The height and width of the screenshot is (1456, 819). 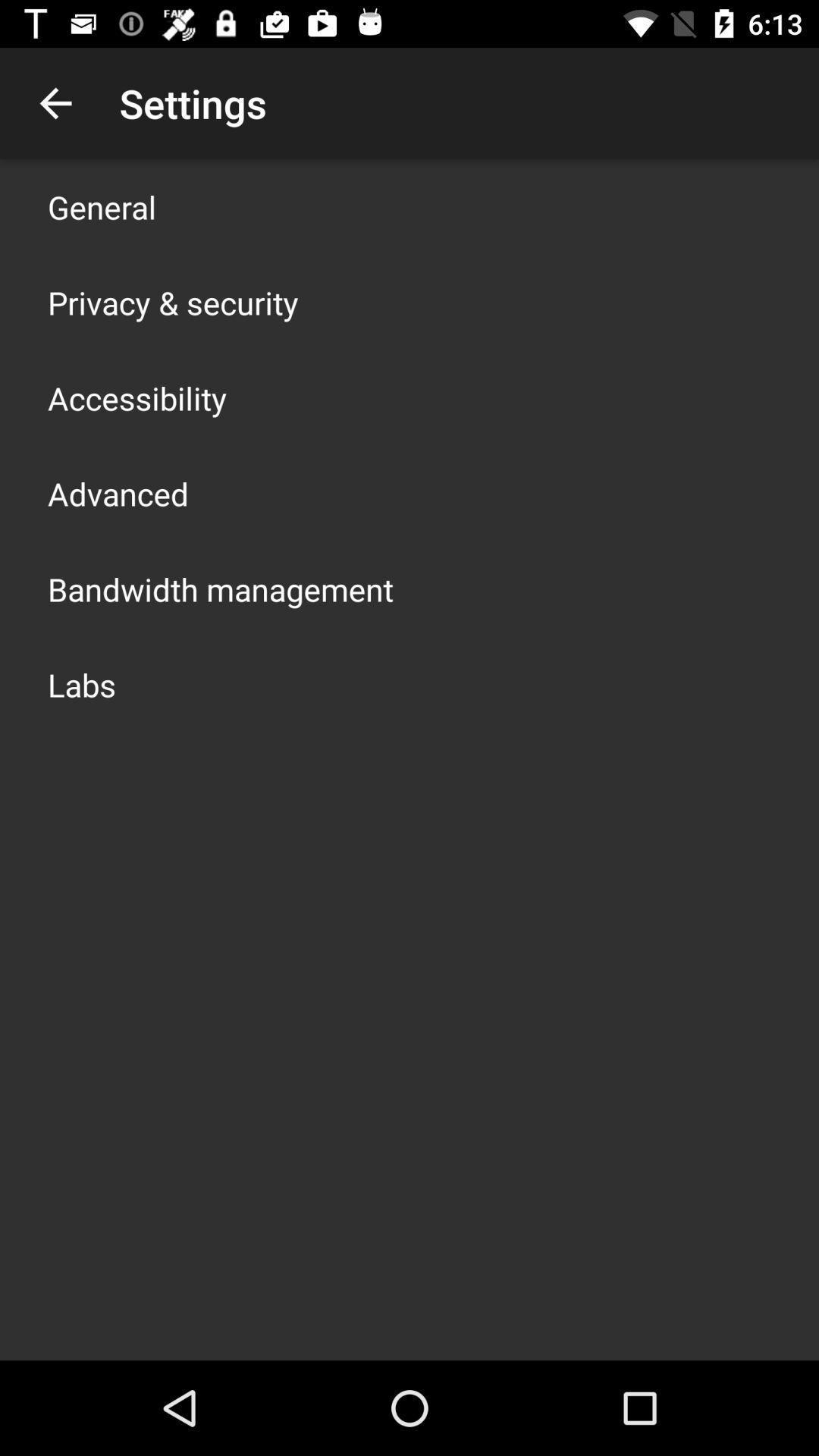 What do you see at coordinates (117, 494) in the screenshot?
I see `the advanced app` at bounding box center [117, 494].